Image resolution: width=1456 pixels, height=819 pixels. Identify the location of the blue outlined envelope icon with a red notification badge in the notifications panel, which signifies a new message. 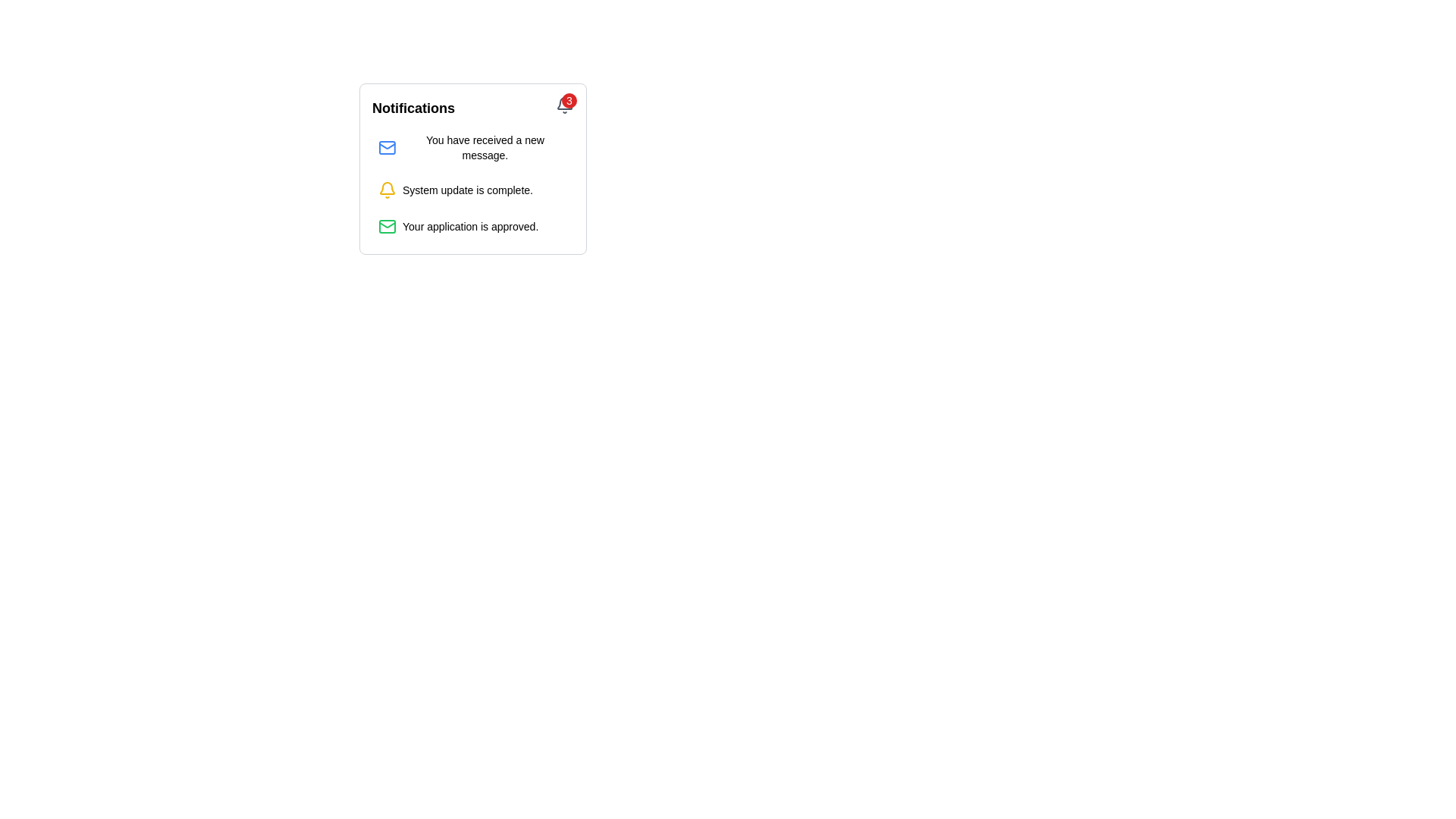
(387, 148).